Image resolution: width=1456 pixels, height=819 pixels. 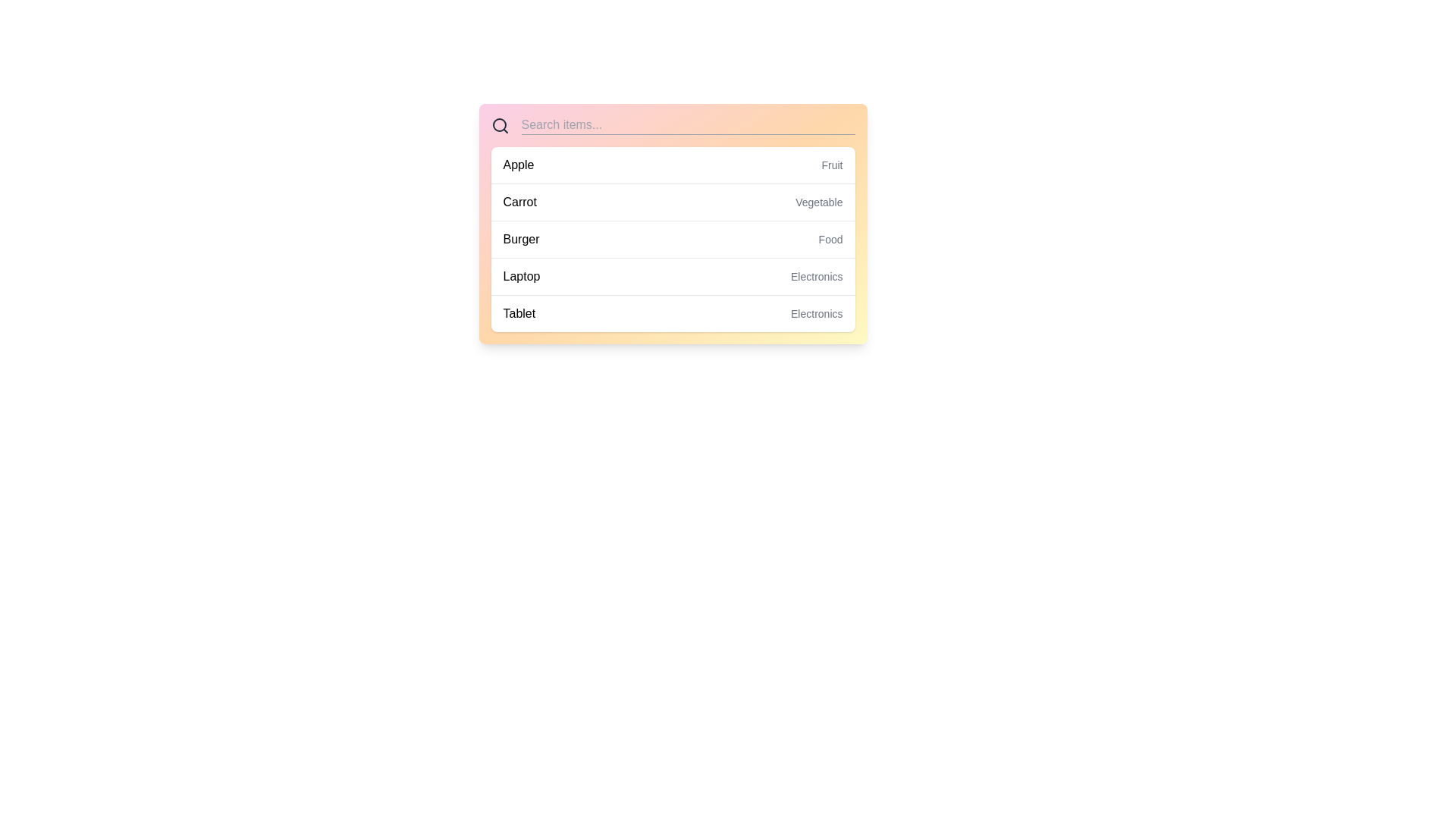 What do you see at coordinates (816, 312) in the screenshot?
I see `the 'Electronics' text label, which is a smaller, light-gray font indicating a secondary detail in the 'Tablet' row of the list` at bounding box center [816, 312].